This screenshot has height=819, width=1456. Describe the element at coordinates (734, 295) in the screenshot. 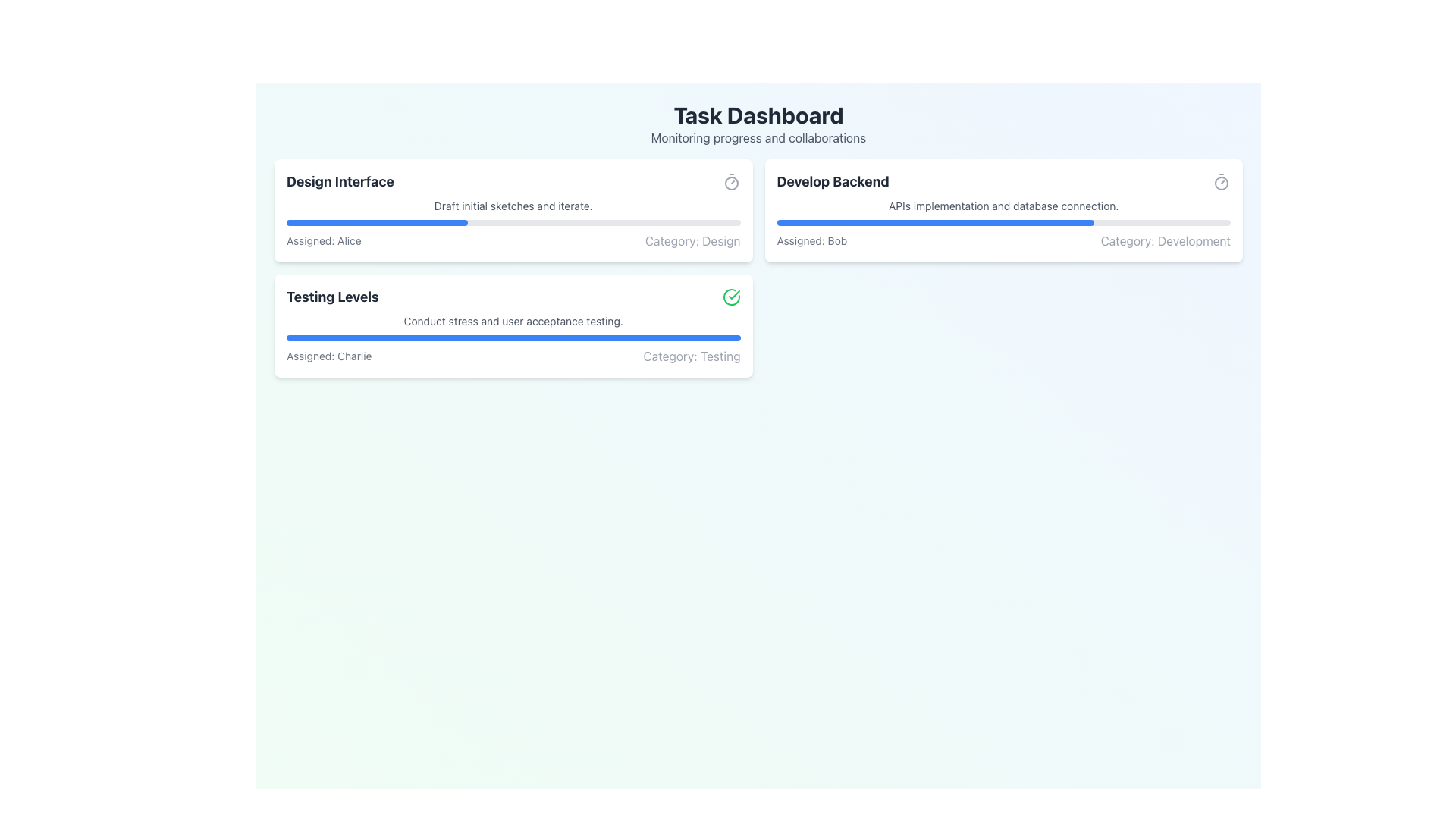

I see `the green checkmark icon located in the 'Testing Levels' card, positioned adjacent to the progress bar` at that location.